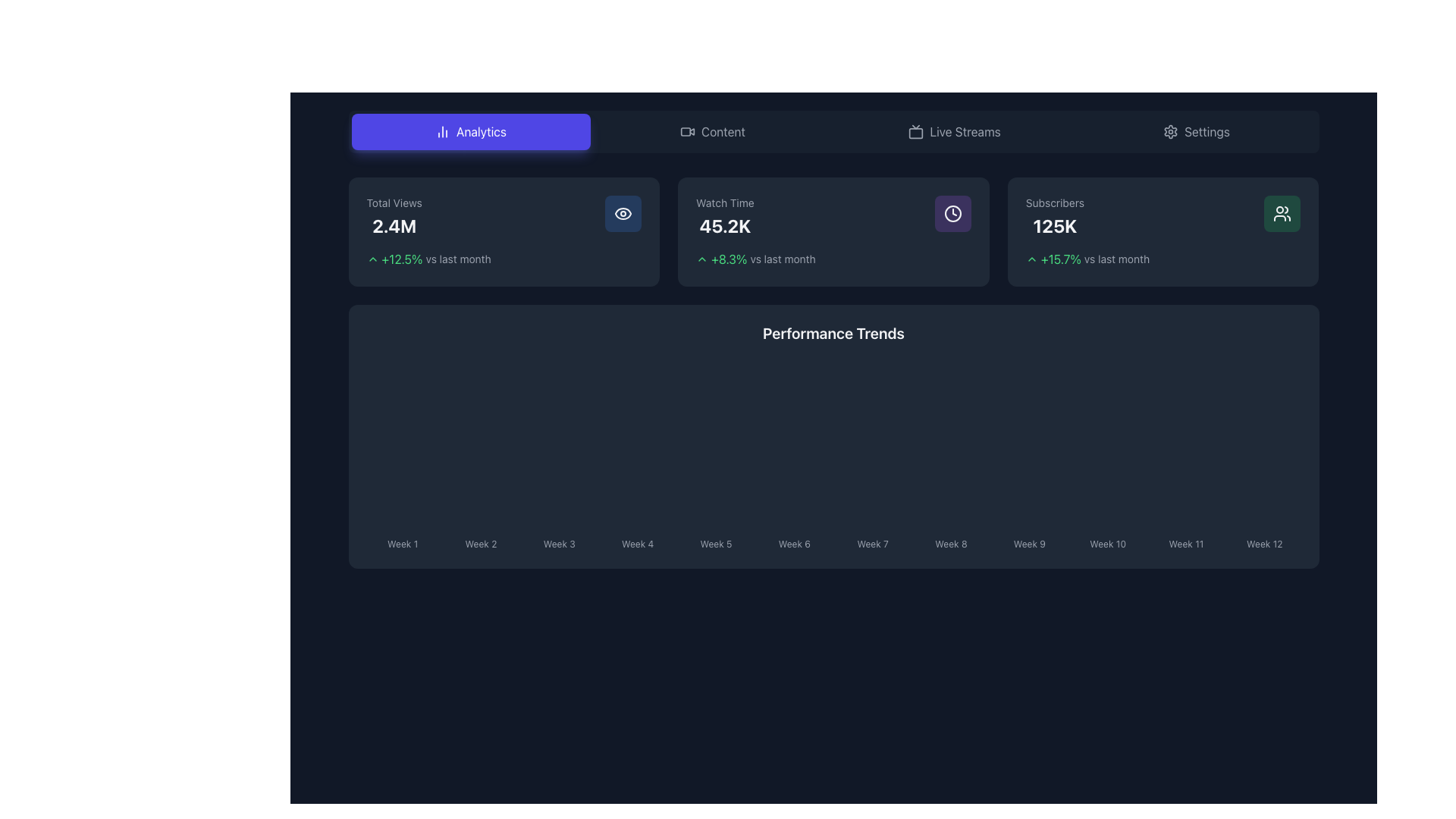 The height and width of the screenshot is (819, 1456). Describe the element at coordinates (1170, 130) in the screenshot. I see `the gear-shaped icon located in the top-right corner of the interface` at that location.